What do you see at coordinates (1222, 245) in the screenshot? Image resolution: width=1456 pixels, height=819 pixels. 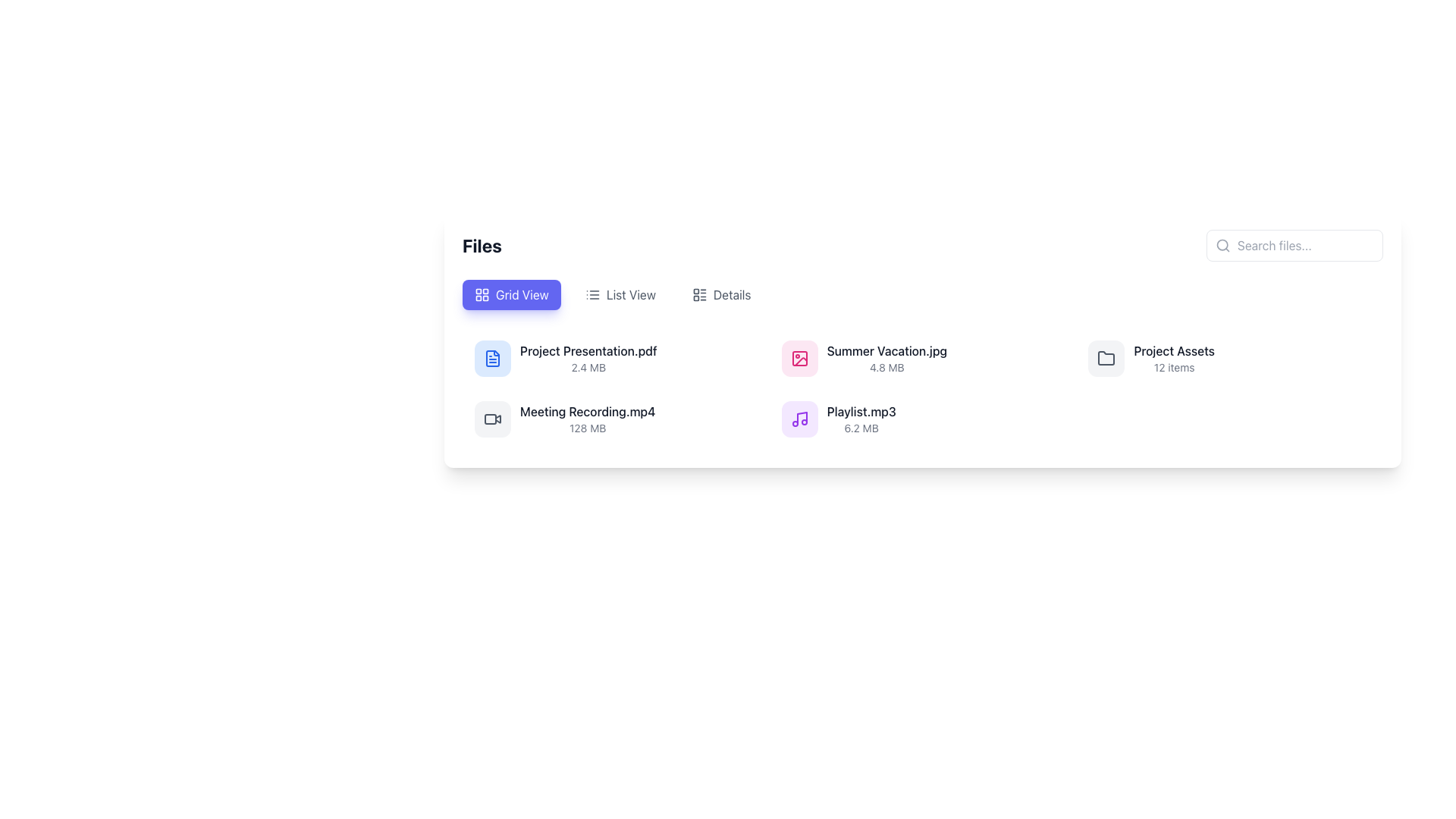 I see `the search bar icon located at the top-right corner of the interface, which indicates the presence of a search bar for users to type their query` at bounding box center [1222, 245].